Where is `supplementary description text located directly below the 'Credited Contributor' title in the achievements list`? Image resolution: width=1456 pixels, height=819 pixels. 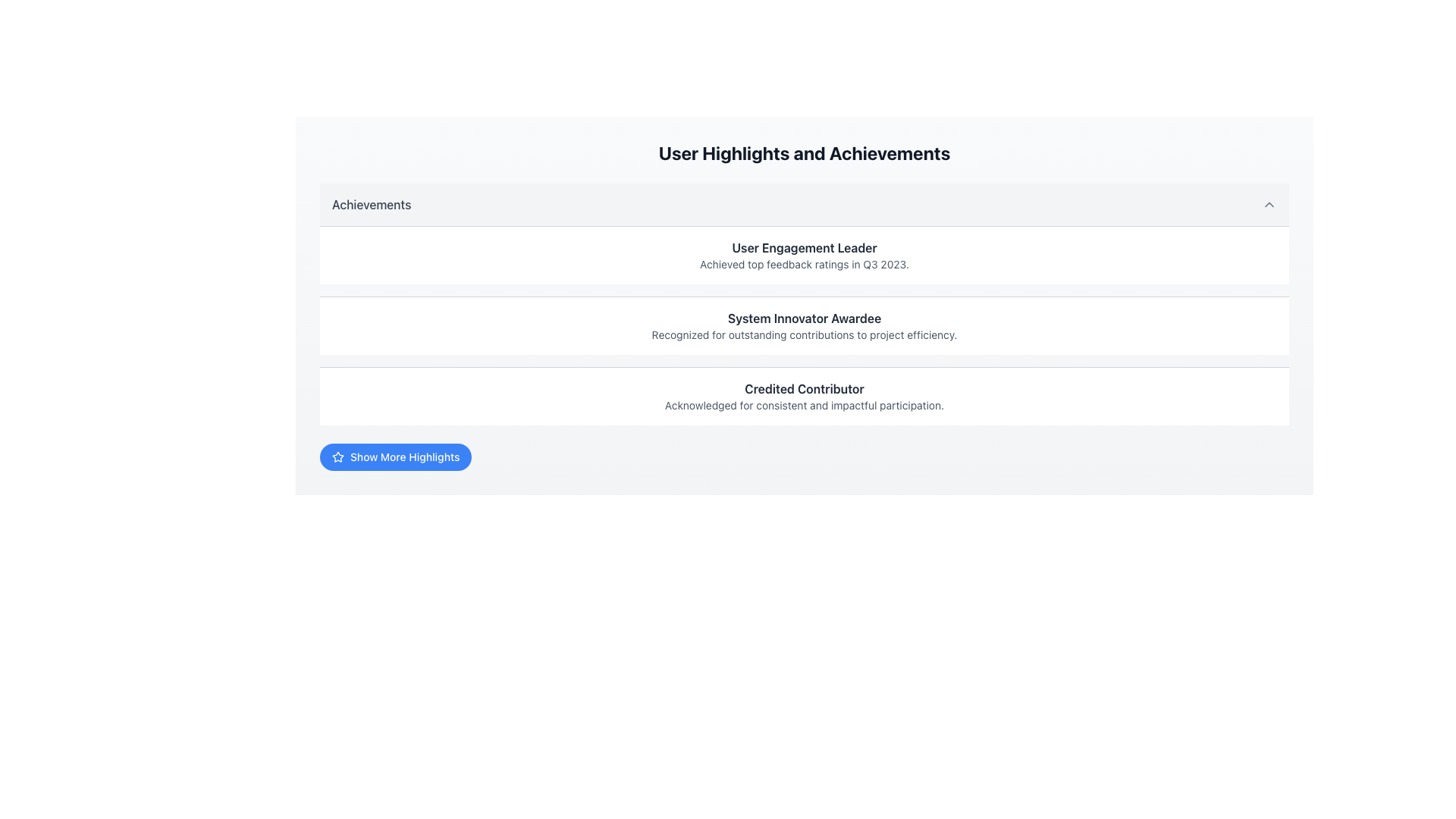
supplementary description text located directly below the 'Credited Contributor' title in the achievements list is located at coordinates (803, 405).